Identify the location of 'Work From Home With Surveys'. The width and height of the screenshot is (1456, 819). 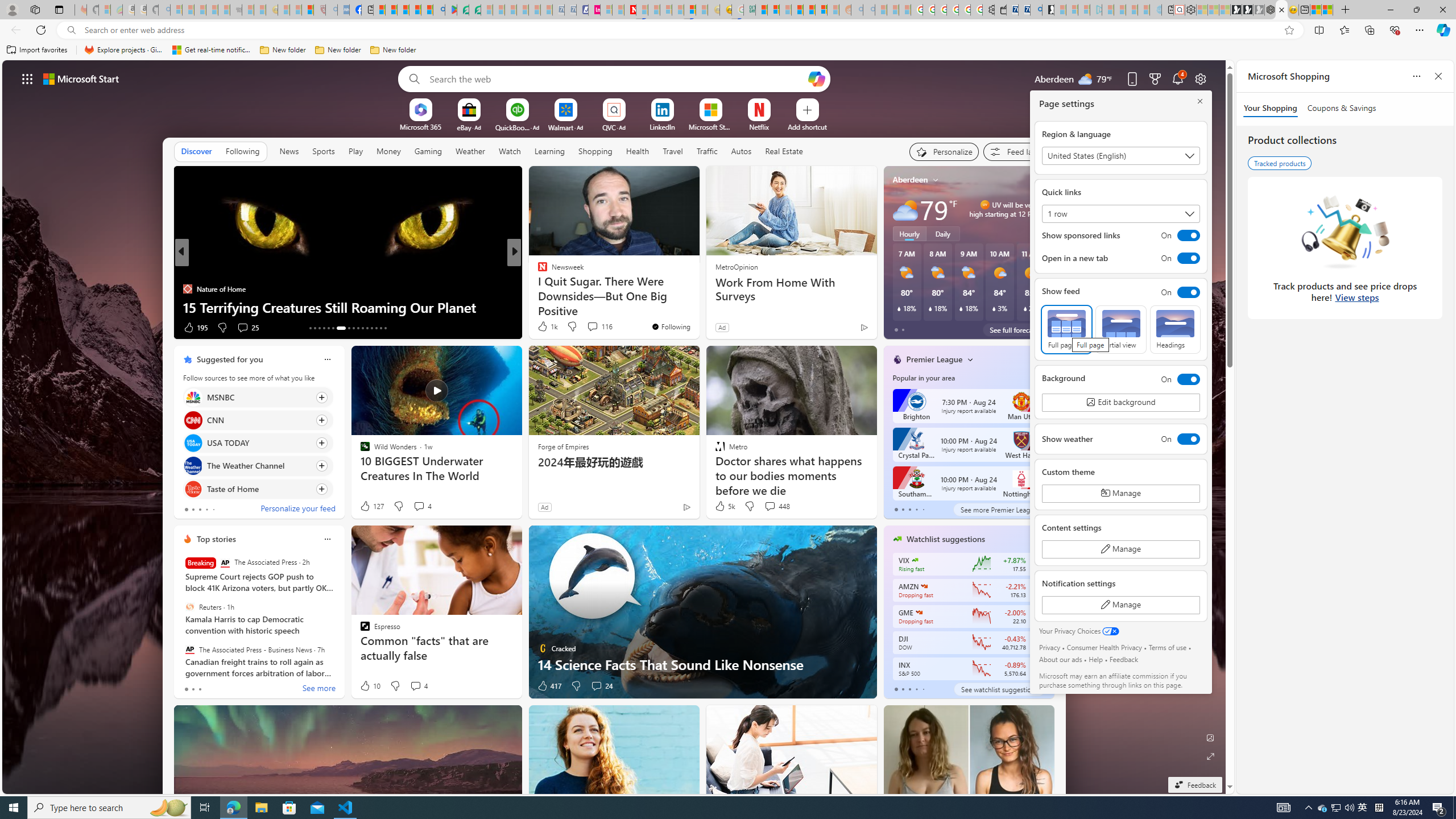
(791, 289).